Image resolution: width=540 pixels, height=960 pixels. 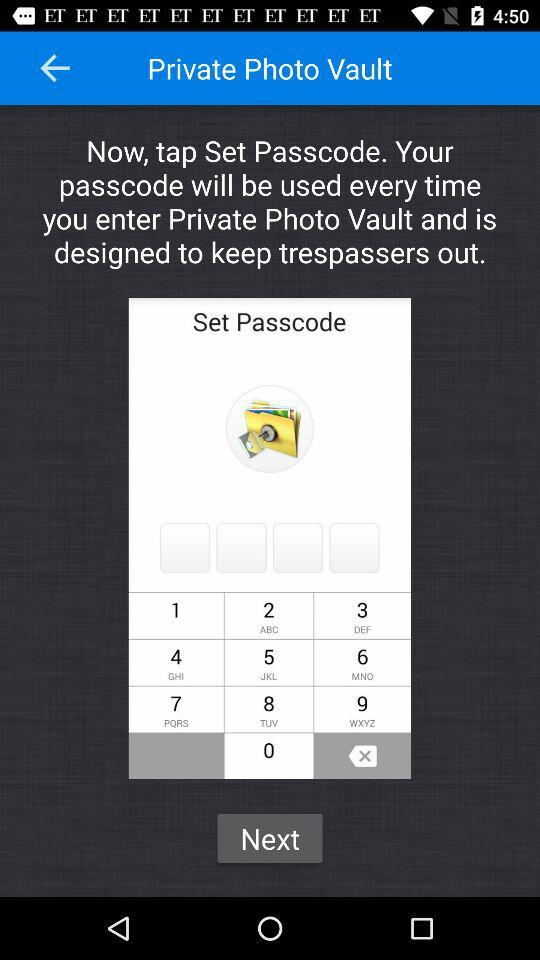 What do you see at coordinates (55, 68) in the screenshot?
I see `icon above the now tap set icon` at bounding box center [55, 68].